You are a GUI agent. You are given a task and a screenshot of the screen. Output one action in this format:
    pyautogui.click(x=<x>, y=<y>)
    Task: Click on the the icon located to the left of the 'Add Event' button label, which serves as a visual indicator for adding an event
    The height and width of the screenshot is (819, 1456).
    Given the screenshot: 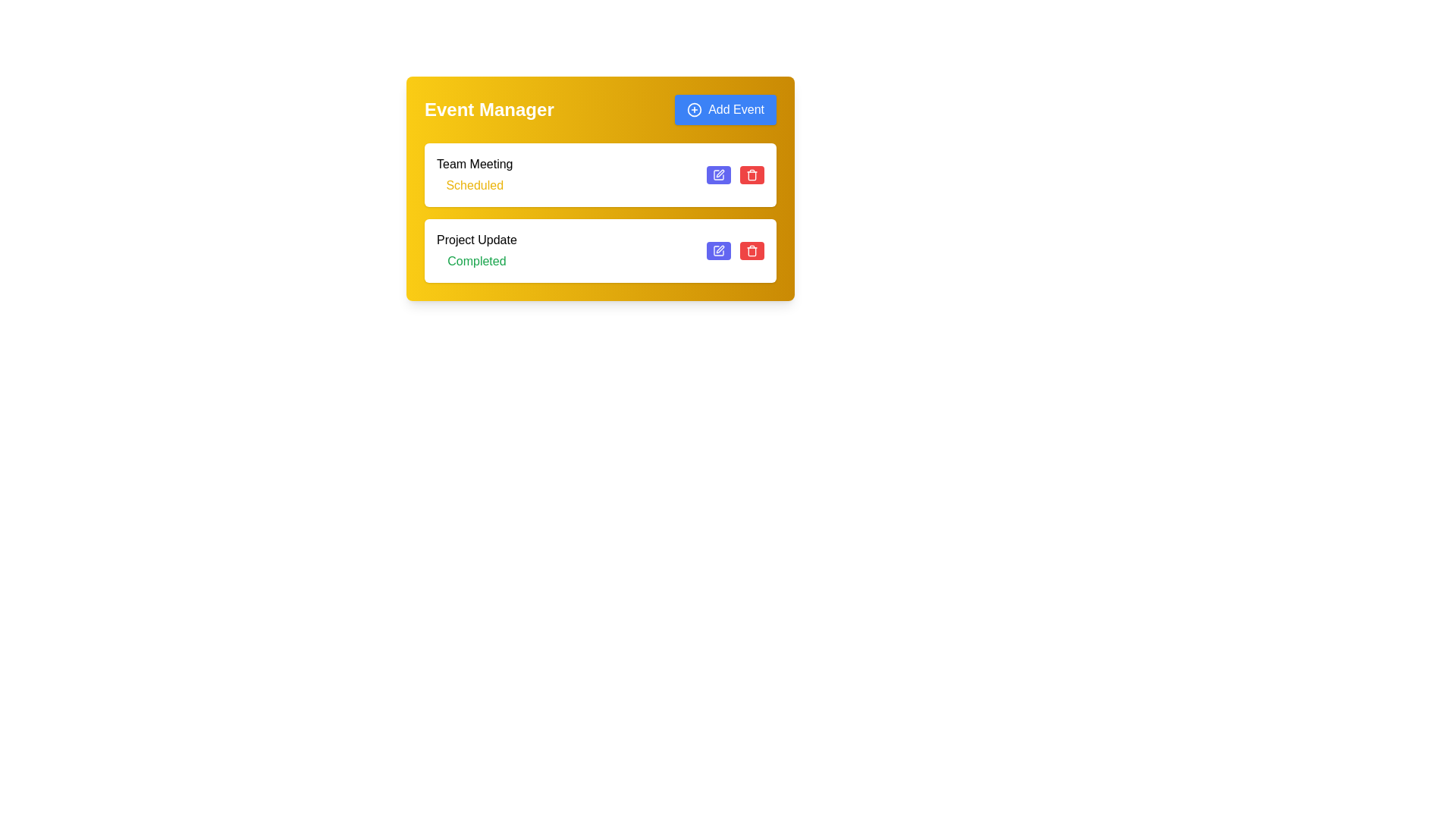 What is the action you would take?
    pyautogui.click(x=694, y=109)
    